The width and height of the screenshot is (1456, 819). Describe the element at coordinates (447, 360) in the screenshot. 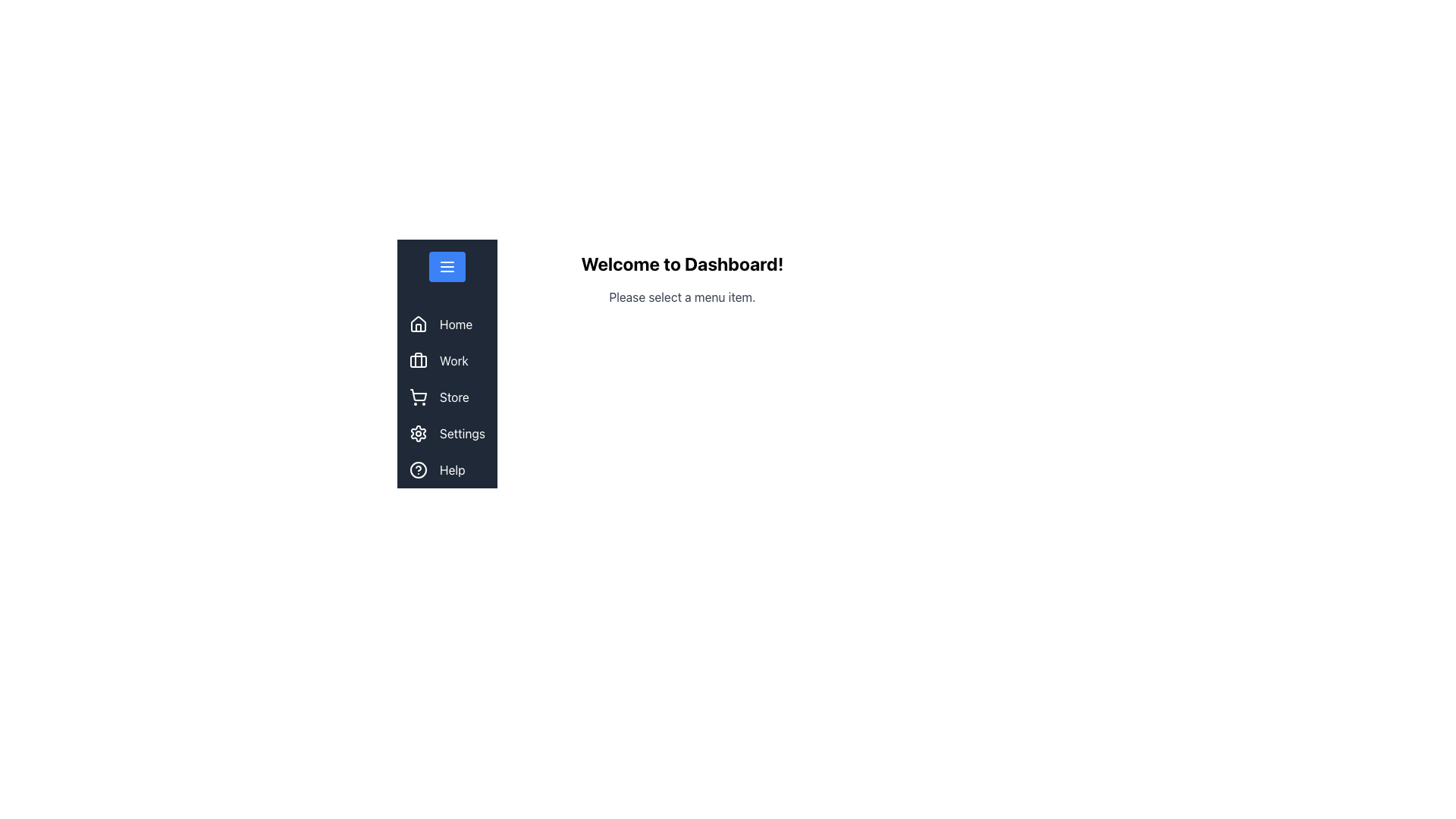

I see `the 'Work' button, which is the second item in the vertical navigation menu` at that location.